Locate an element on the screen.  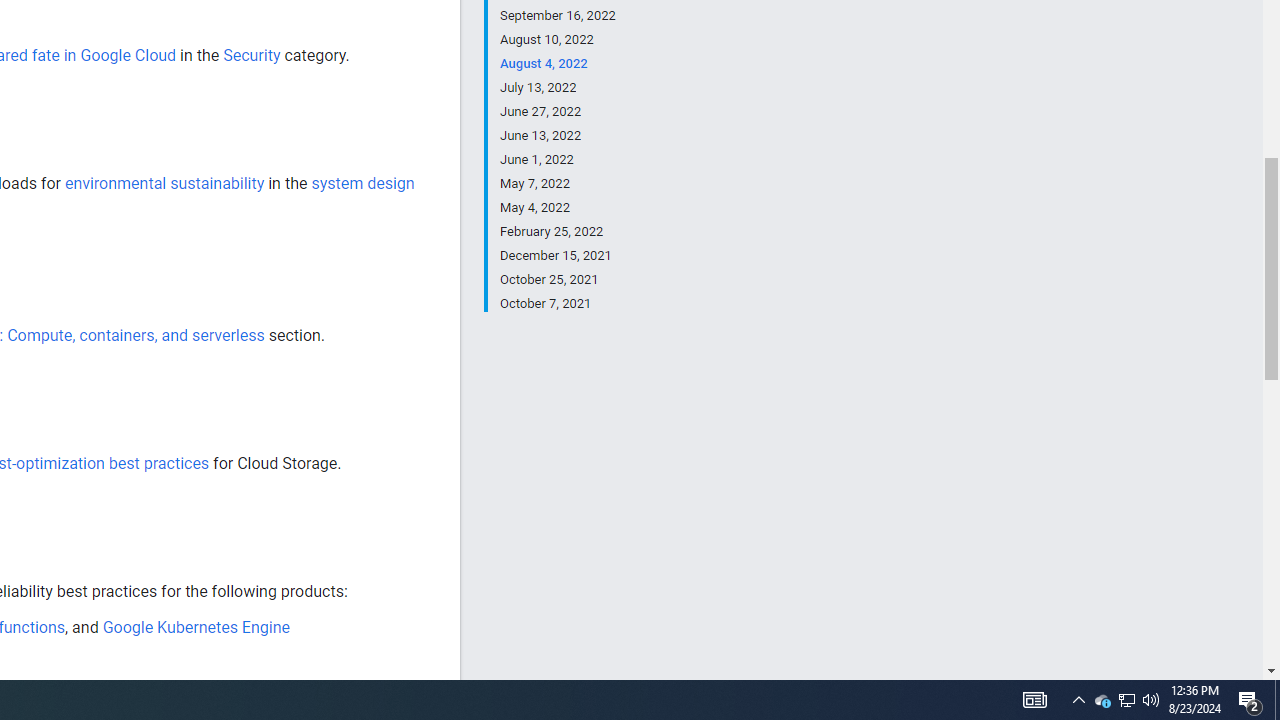
'February 25, 2022' is located at coordinates (557, 231).